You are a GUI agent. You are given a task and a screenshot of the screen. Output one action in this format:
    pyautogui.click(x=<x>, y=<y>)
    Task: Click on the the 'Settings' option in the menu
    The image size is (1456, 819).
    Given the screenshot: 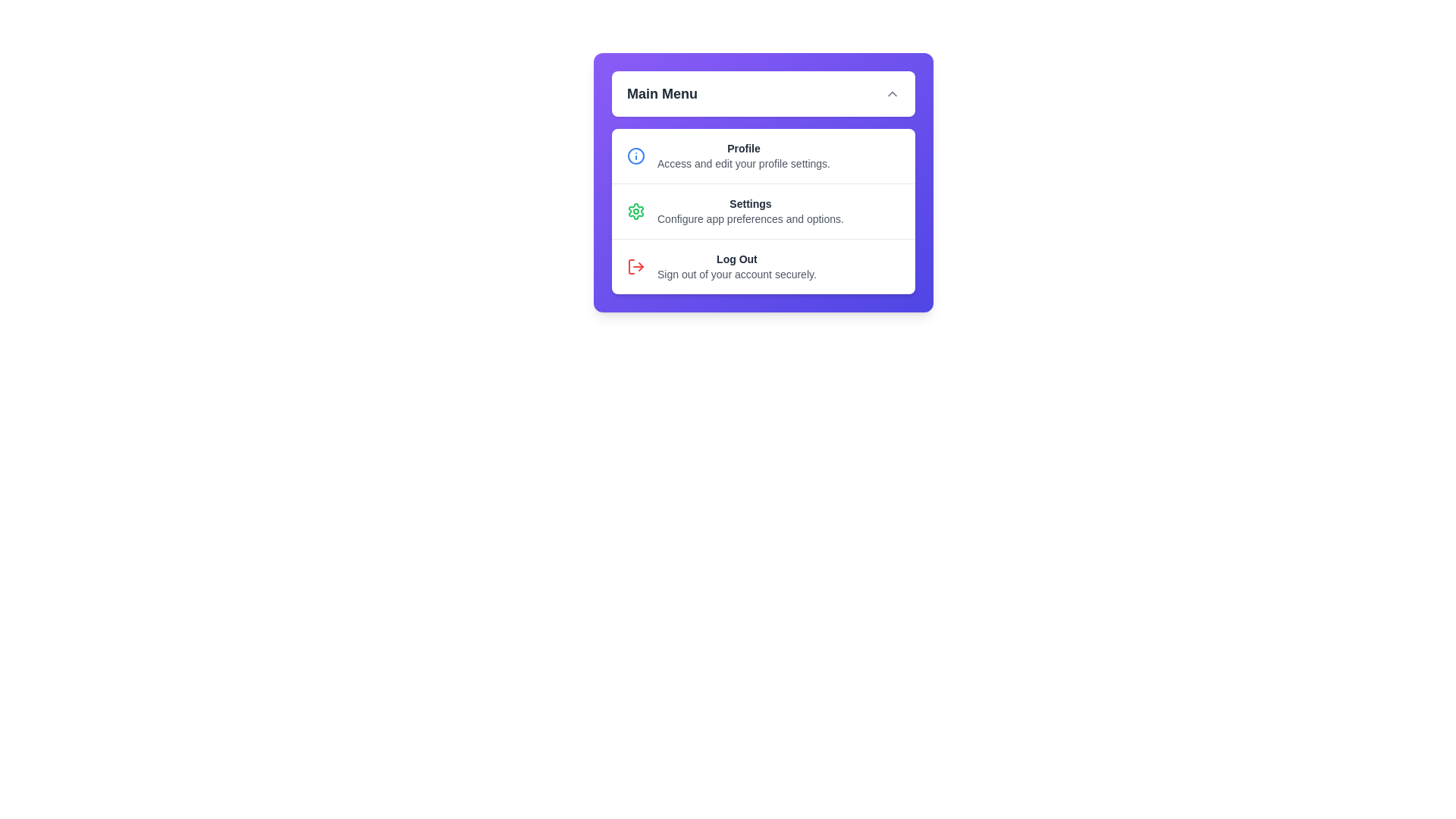 What is the action you would take?
    pyautogui.click(x=764, y=211)
    